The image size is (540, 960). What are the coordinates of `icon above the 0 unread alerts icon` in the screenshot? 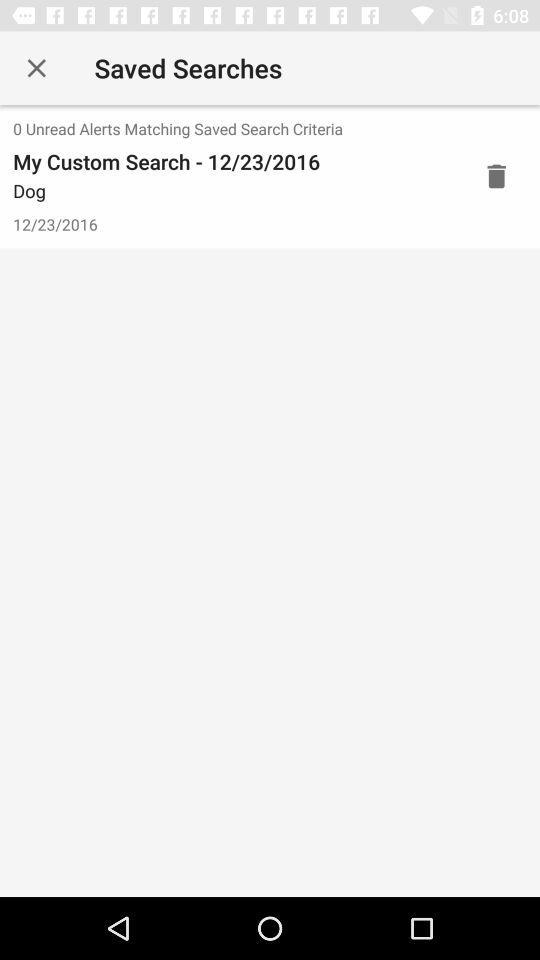 It's located at (36, 68).